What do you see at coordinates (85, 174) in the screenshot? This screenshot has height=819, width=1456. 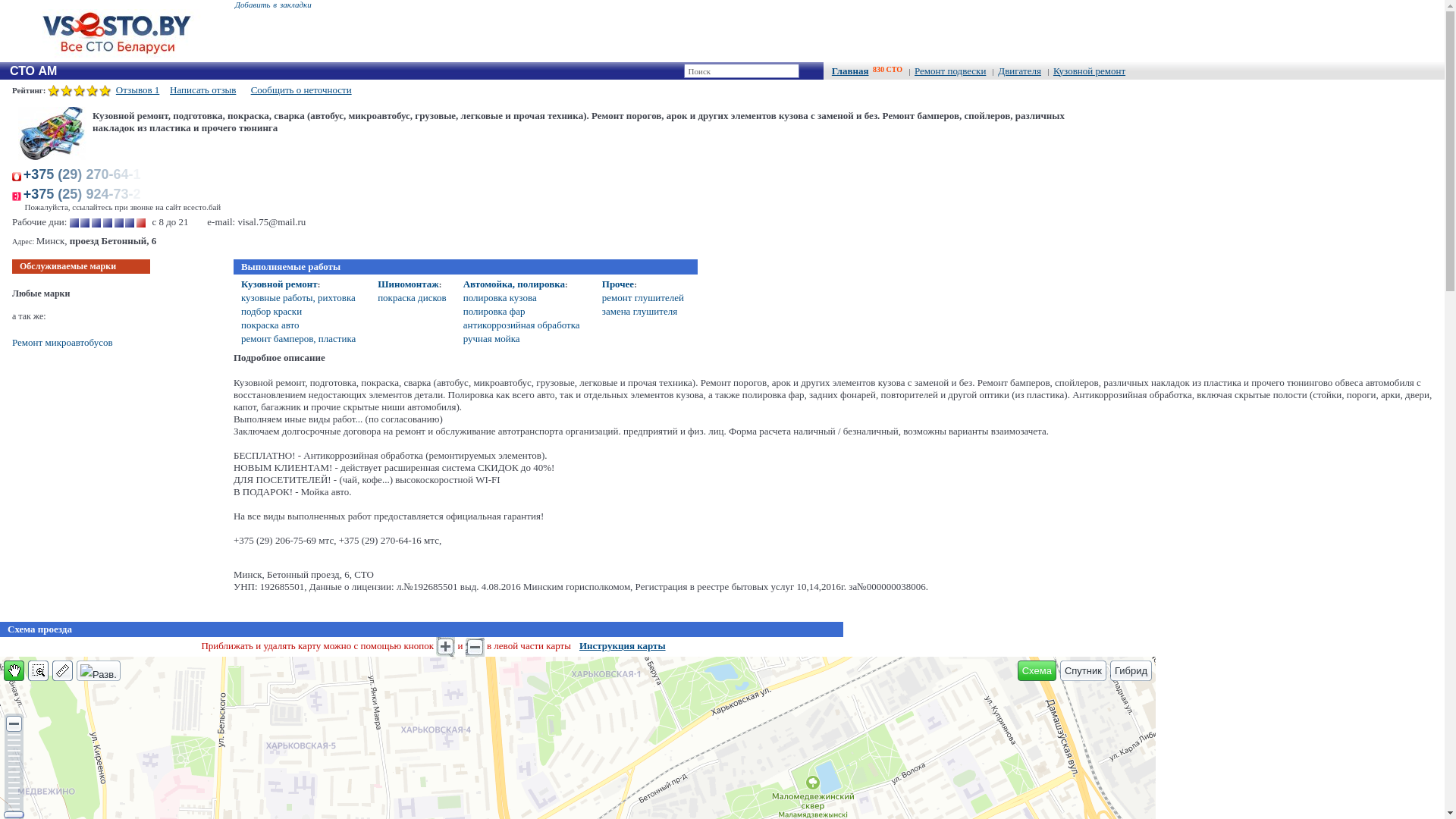 I see `'+375 (29) 270-64-1'` at bounding box center [85, 174].